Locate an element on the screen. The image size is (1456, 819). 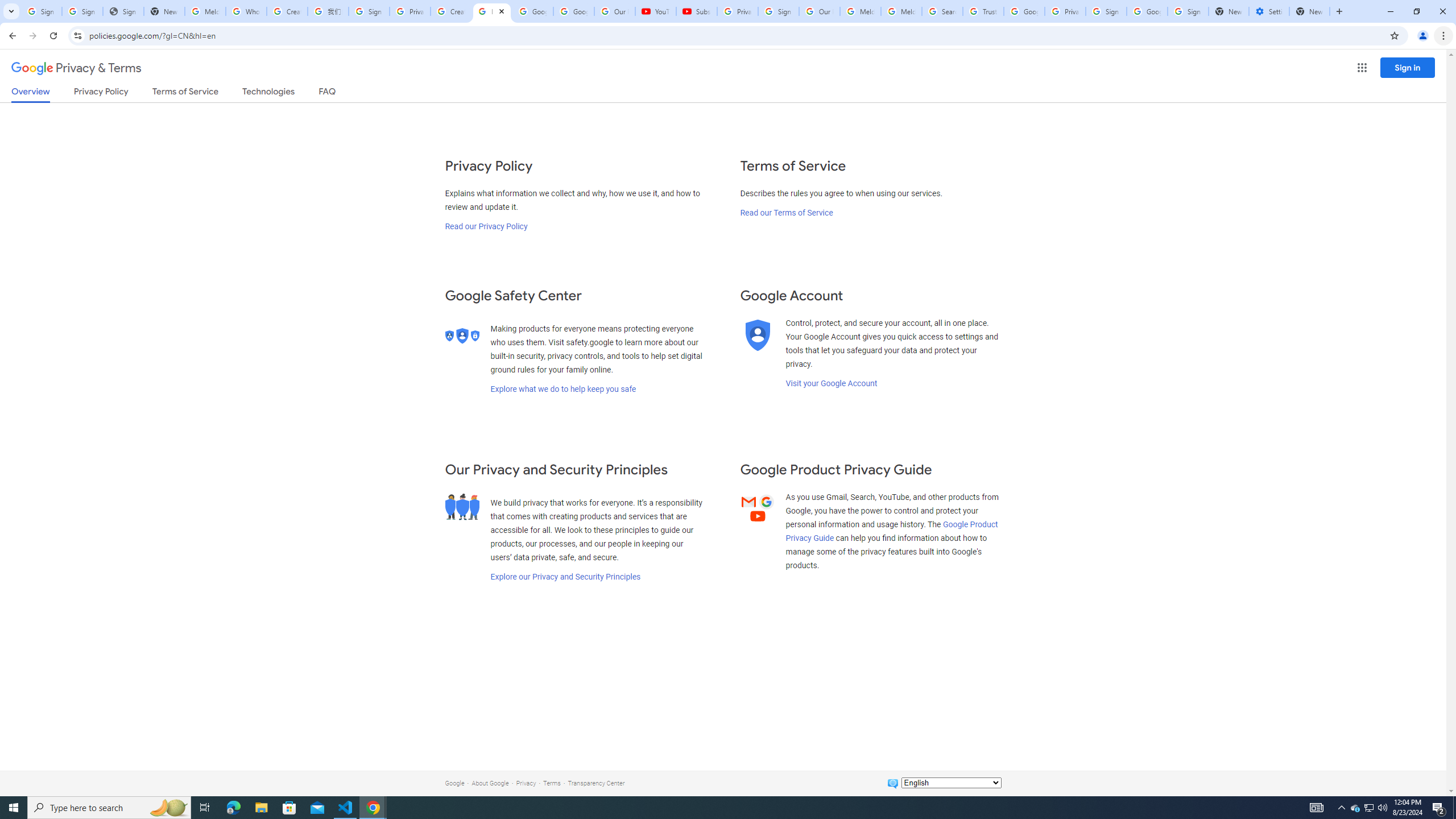
'Google' is located at coordinates (454, 783).